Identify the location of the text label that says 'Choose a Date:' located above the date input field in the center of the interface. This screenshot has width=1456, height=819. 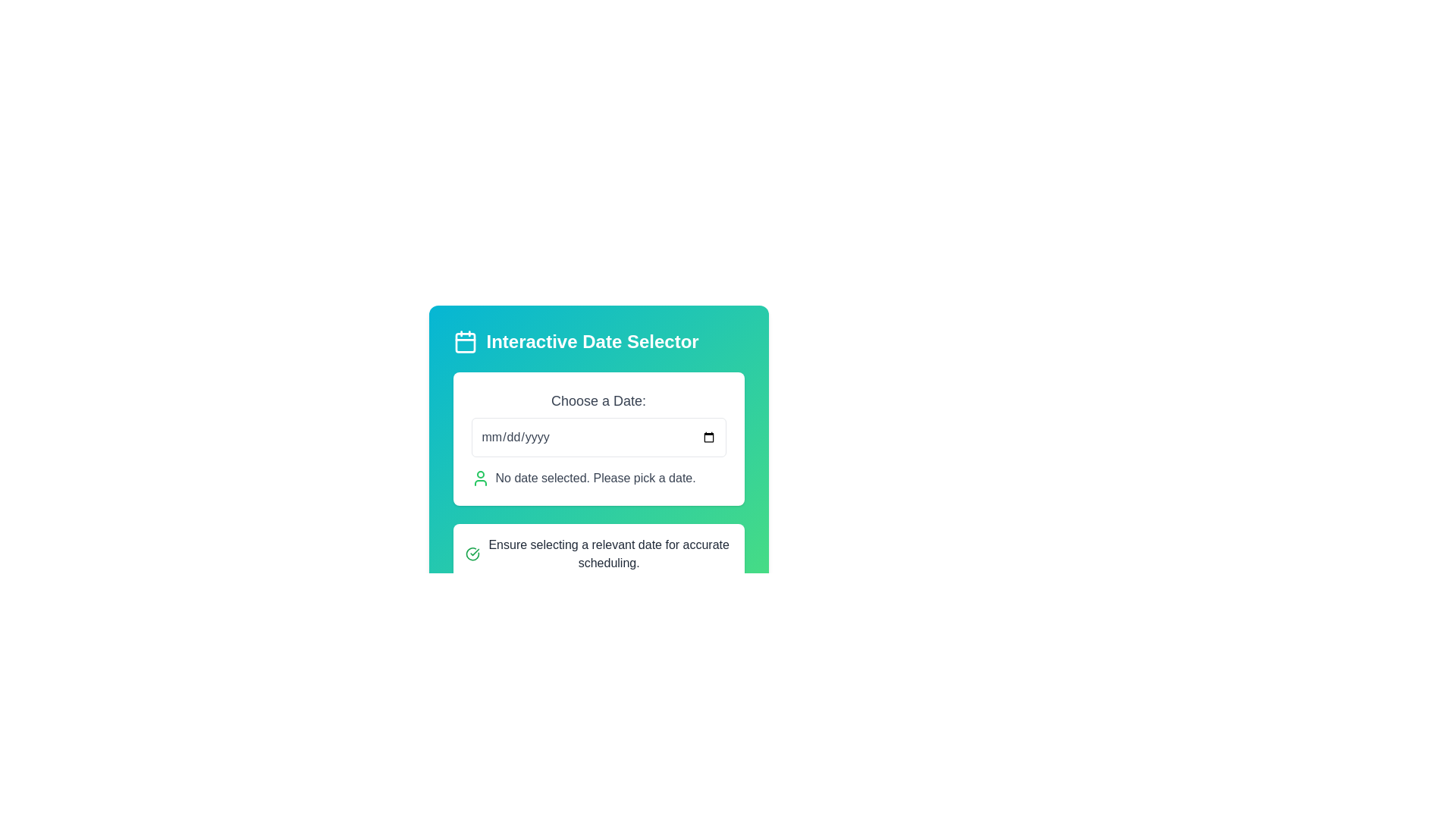
(598, 400).